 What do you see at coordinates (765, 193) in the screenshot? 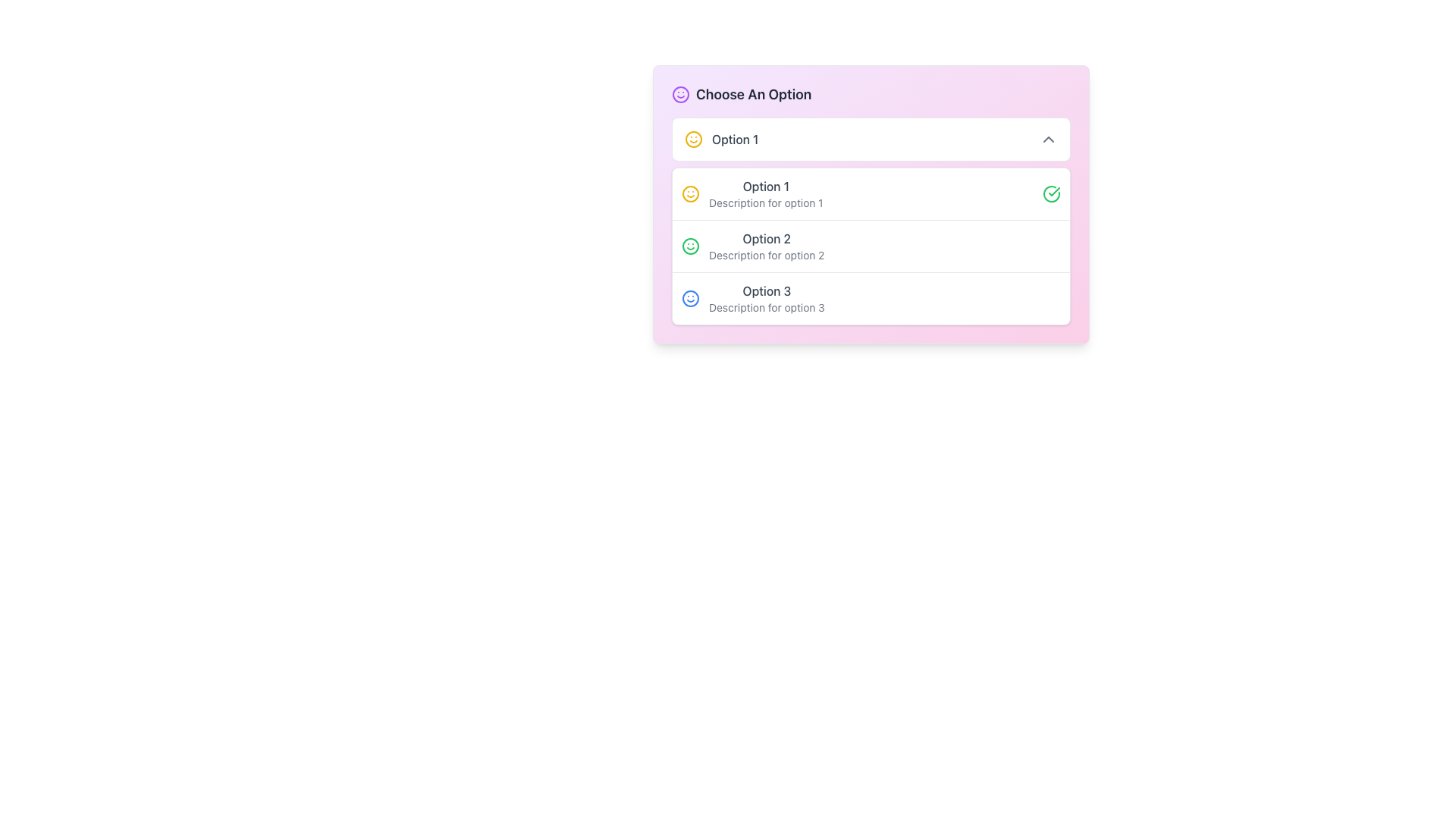
I see `the first selectable option labeled 'Option 1' in the list, located in the second row of the card-like interface, immediately following the header 'Choose An Option'` at bounding box center [765, 193].